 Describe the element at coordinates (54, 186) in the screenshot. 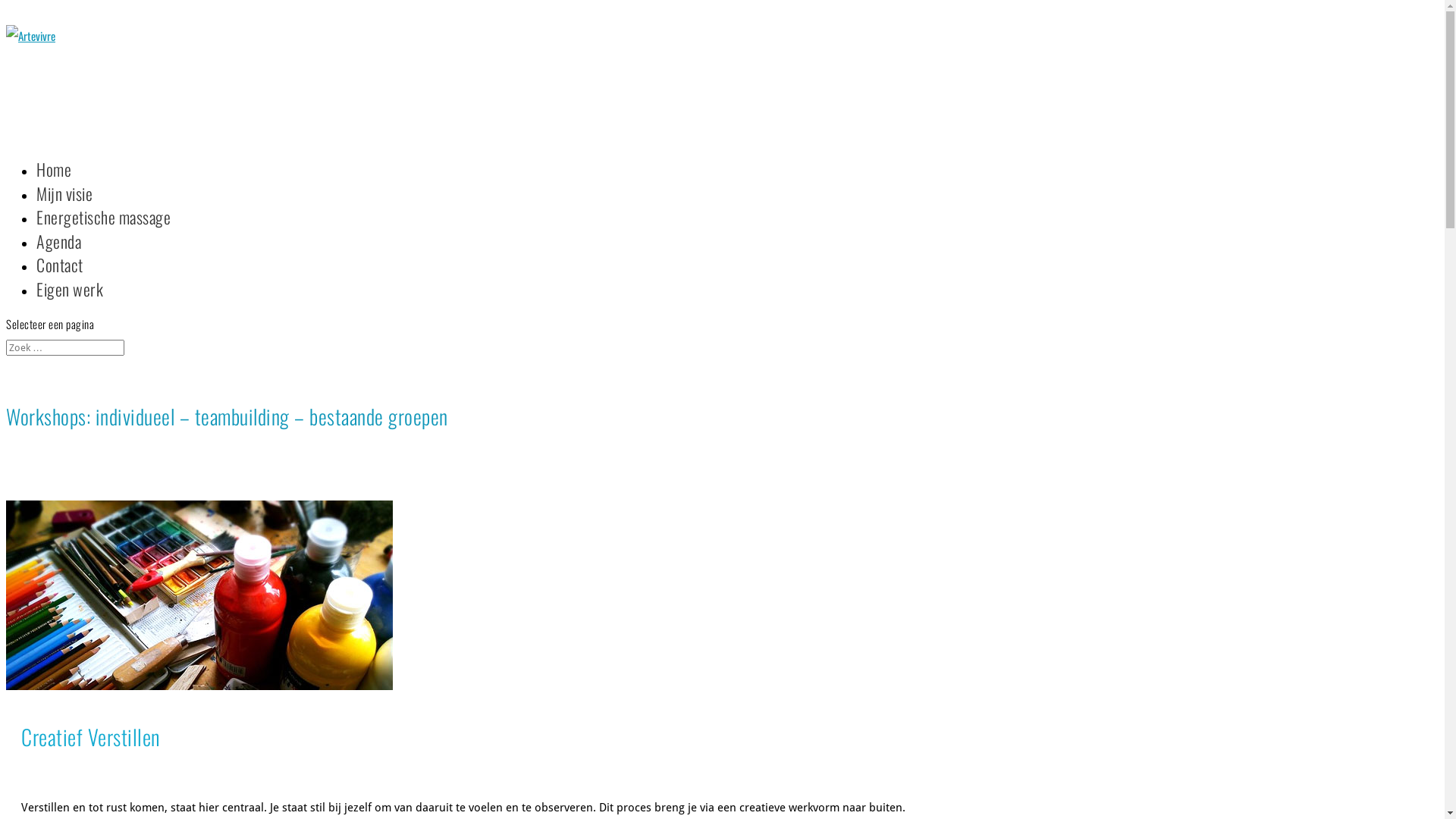

I see `'Home'` at that location.